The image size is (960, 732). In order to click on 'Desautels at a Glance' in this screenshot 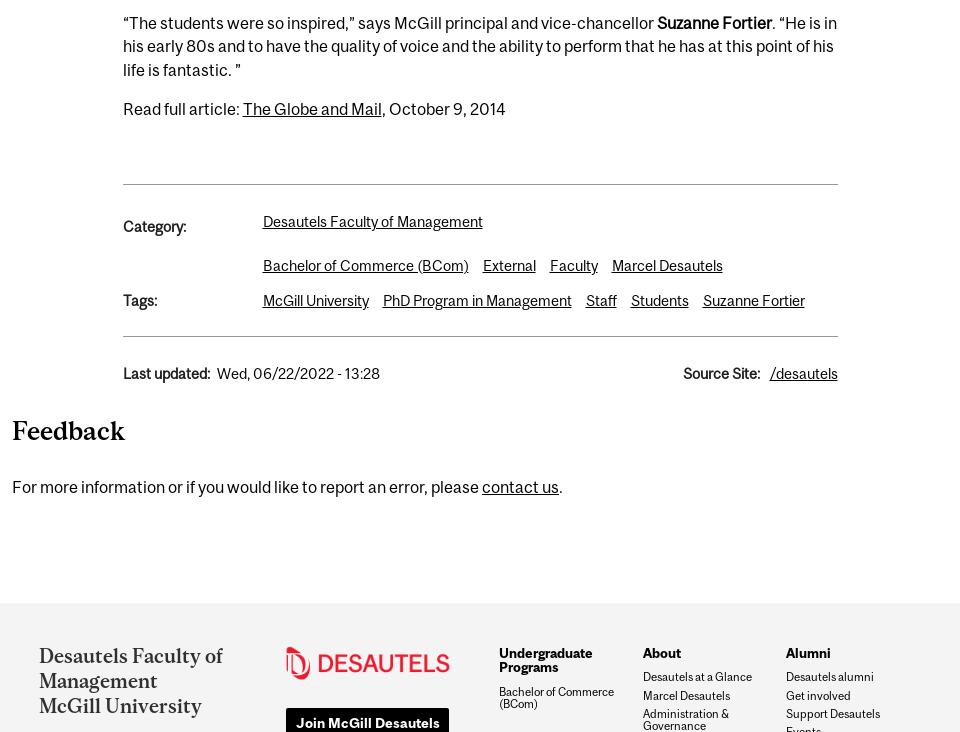, I will do `click(696, 676)`.